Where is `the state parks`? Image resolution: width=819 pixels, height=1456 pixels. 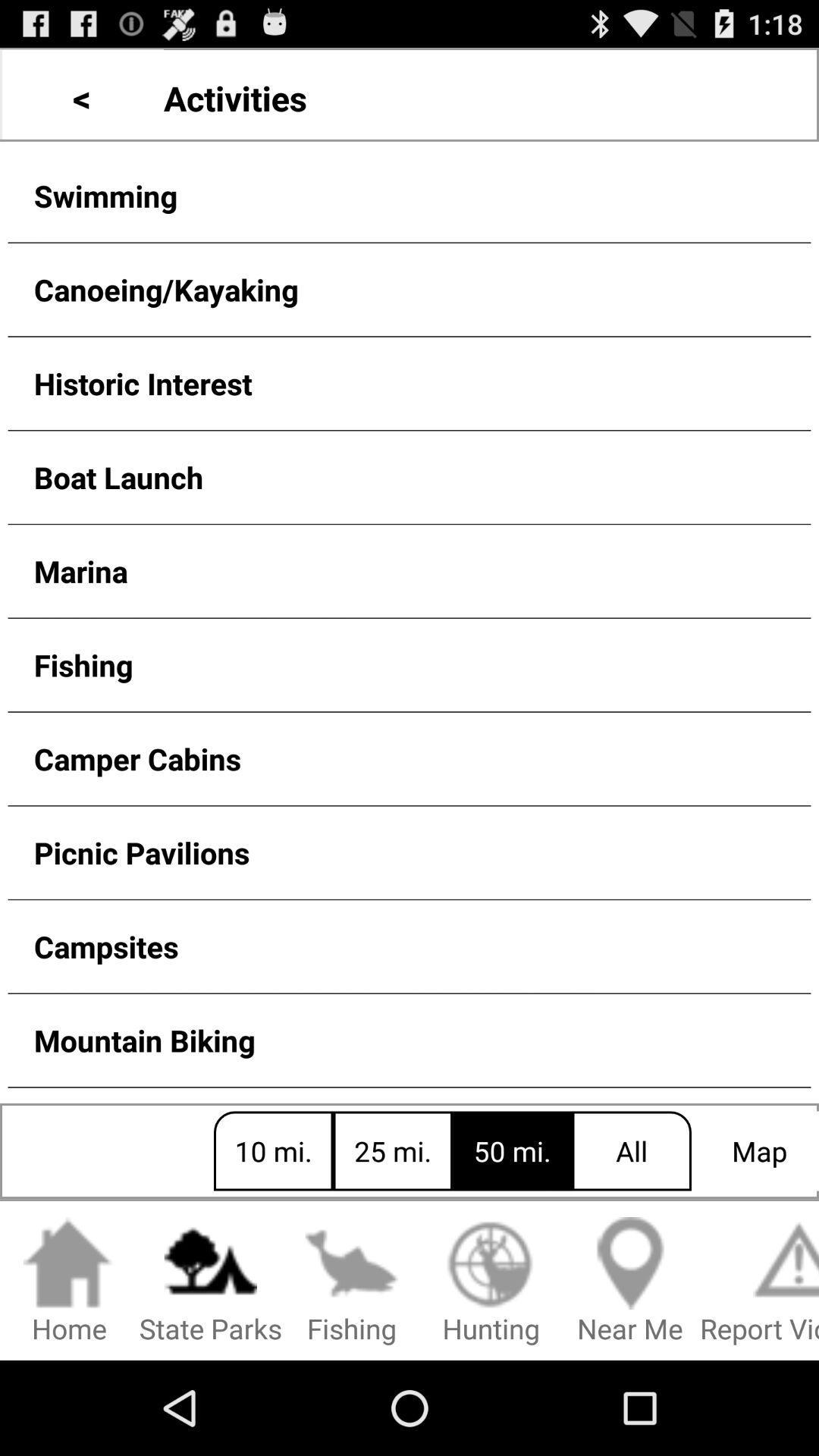
the state parks is located at coordinates (210, 1281).